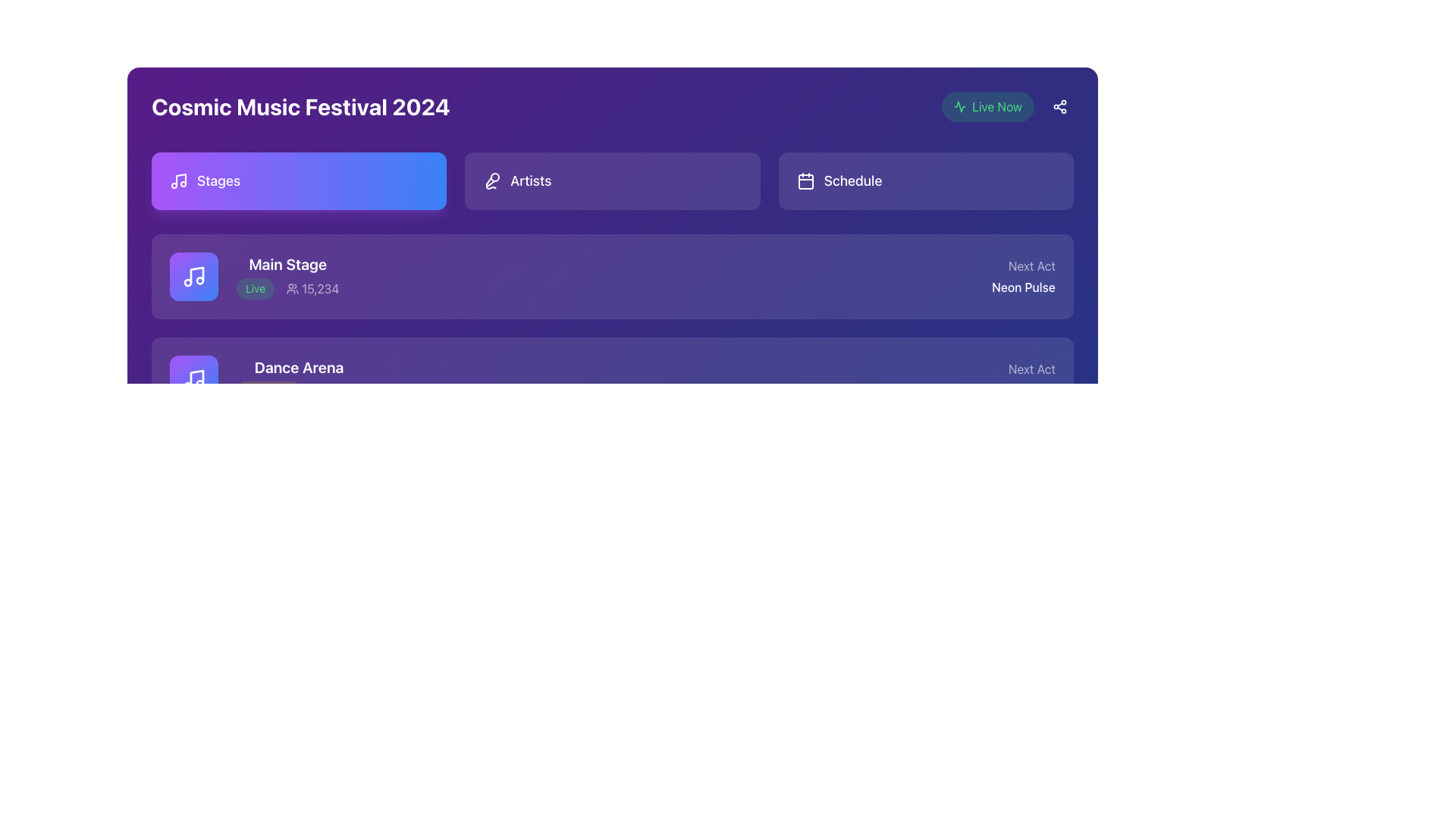  Describe the element at coordinates (959, 106) in the screenshot. I see `the icon featuring a line-based zigzag waveform design located in the top-right corner of the interface, adjacent to the 'Live Now' green button` at that location.